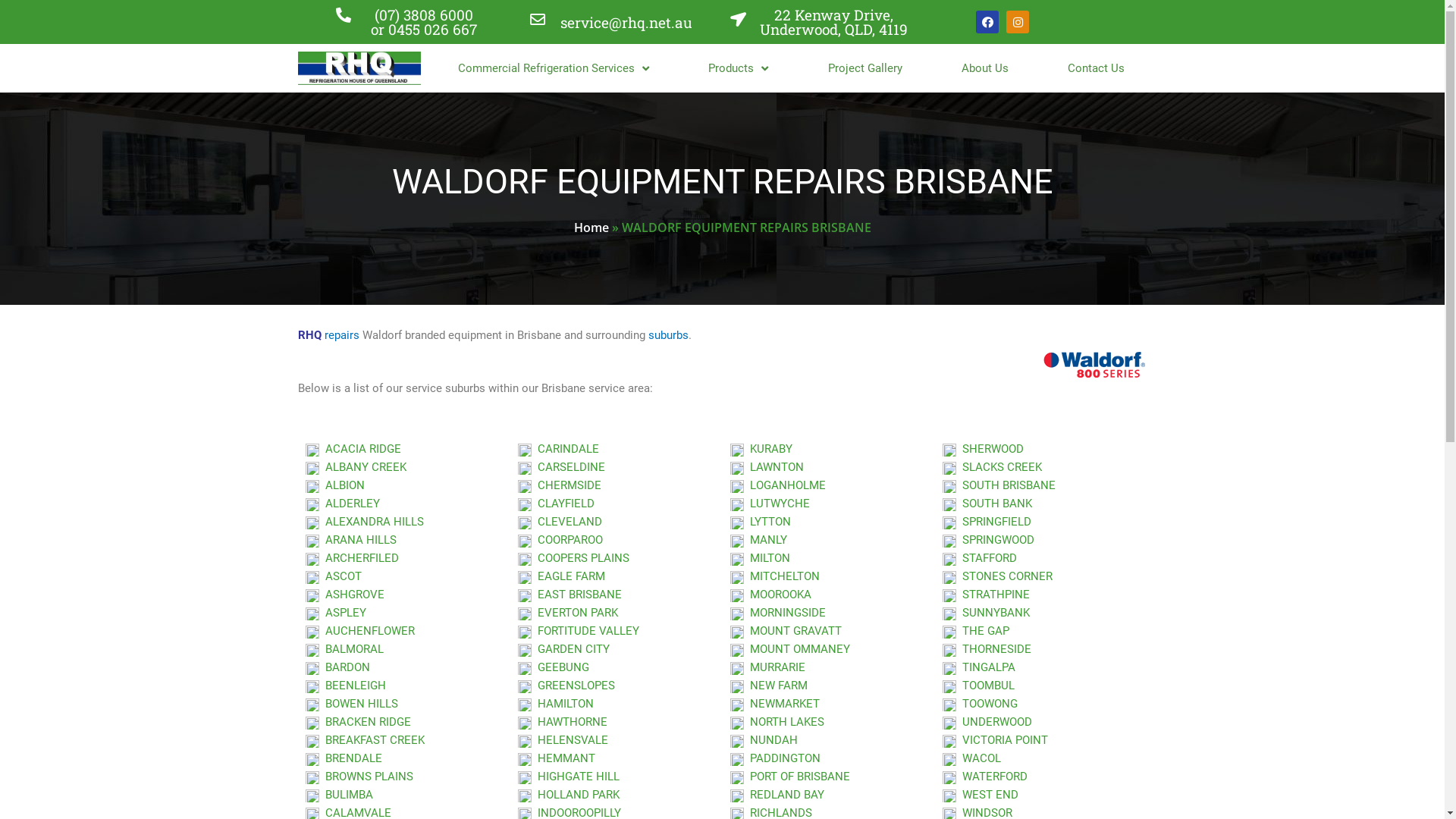 The image size is (1456, 819). Describe the element at coordinates (359, 631) in the screenshot. I see `'  AUCHENFLOWER'` at that location.